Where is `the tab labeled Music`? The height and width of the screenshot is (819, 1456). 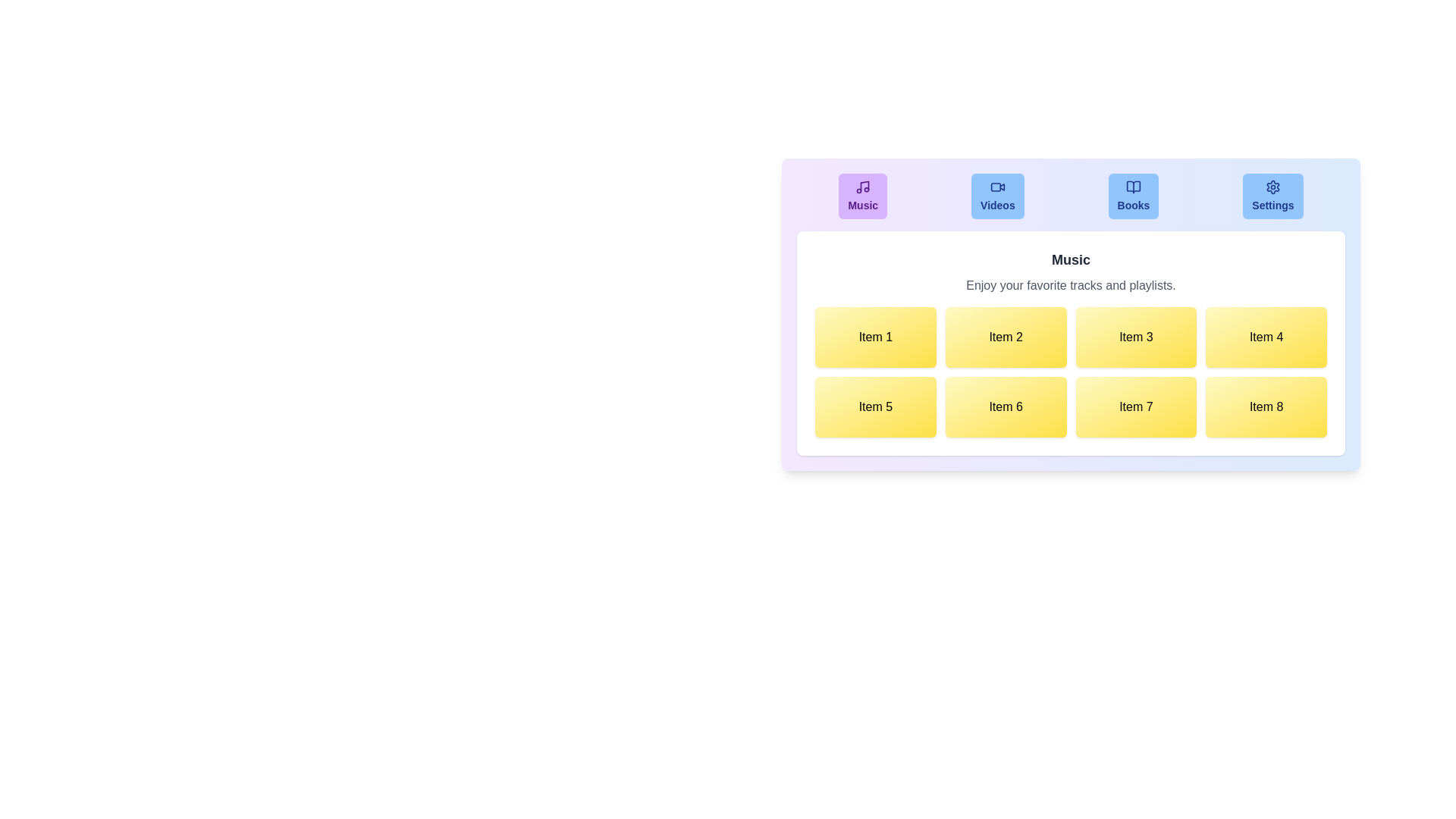
the tab labeled Music is located at coordinates (863, 195).